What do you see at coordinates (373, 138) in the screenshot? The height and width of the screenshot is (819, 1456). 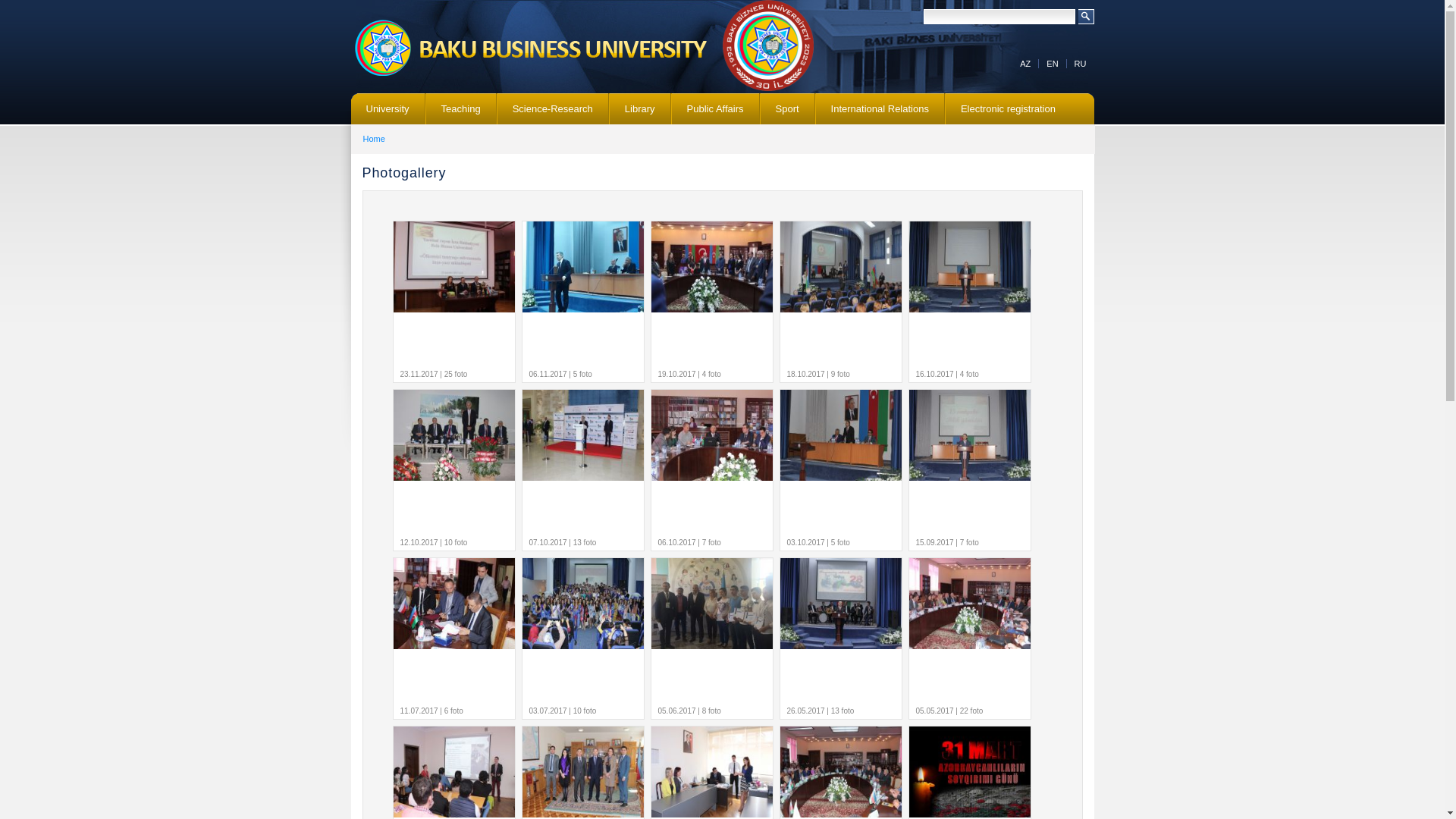 I see `'Home'` at bounding box center [373, 138].